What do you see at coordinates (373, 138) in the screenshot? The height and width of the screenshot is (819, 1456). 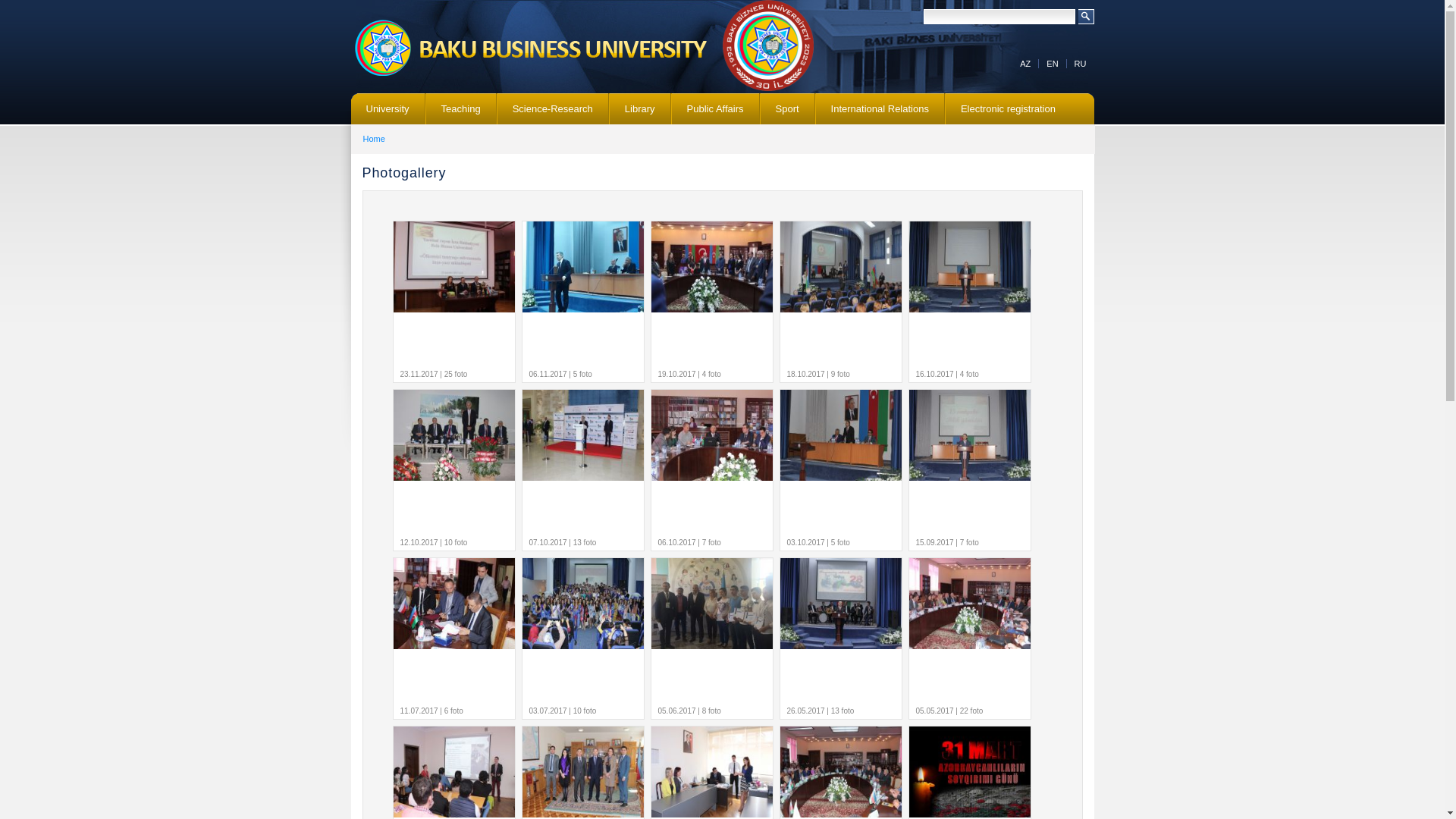 I see `'Home'` at bounding box center [373, 138].